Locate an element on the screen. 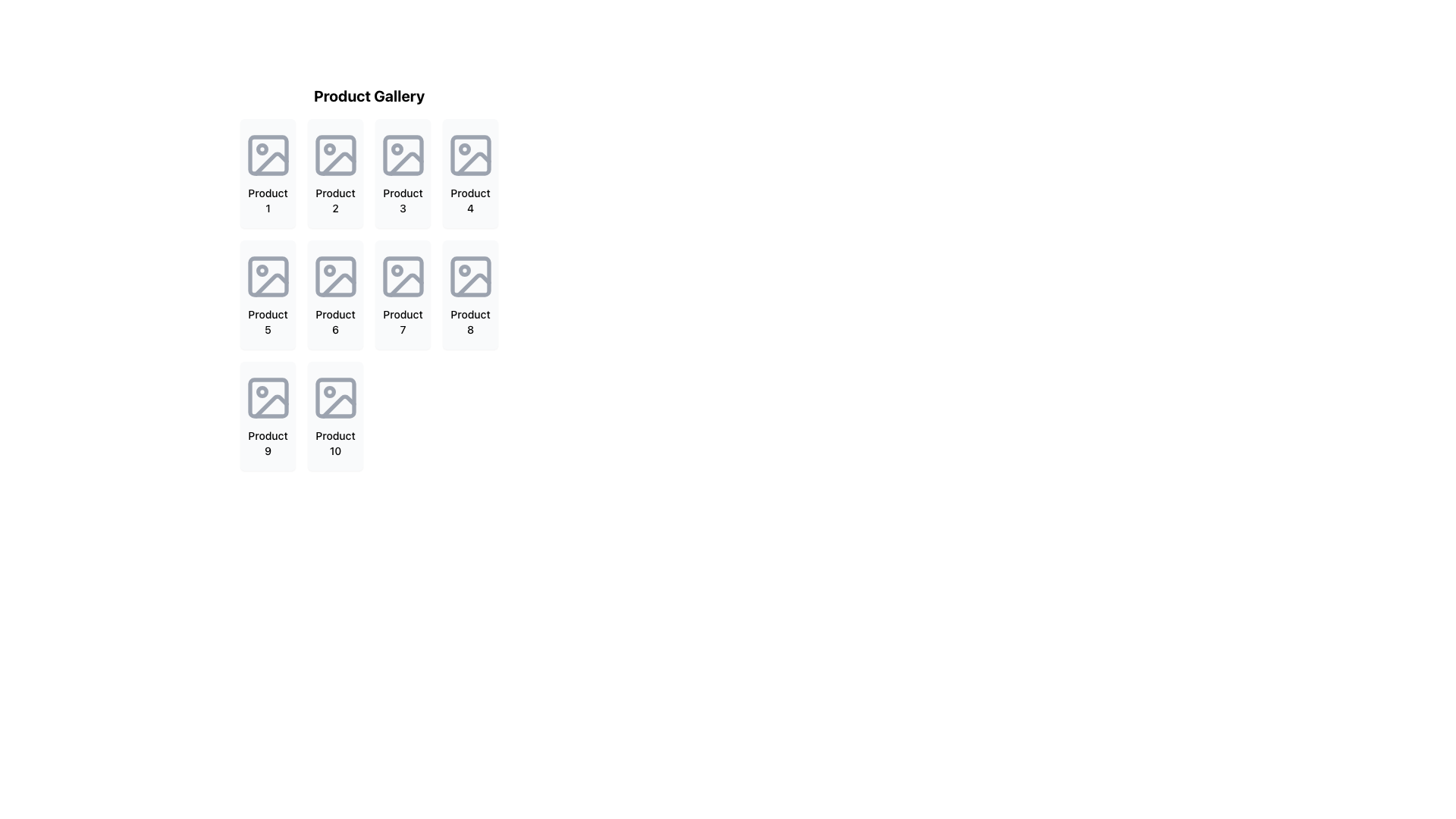 The height and width of the screenshot is (819, 1456). the image placeholder icon located in the center column of the product grid, specifically in the second row and sixth position under 'Product 6' is located at coordinates (334, 277).